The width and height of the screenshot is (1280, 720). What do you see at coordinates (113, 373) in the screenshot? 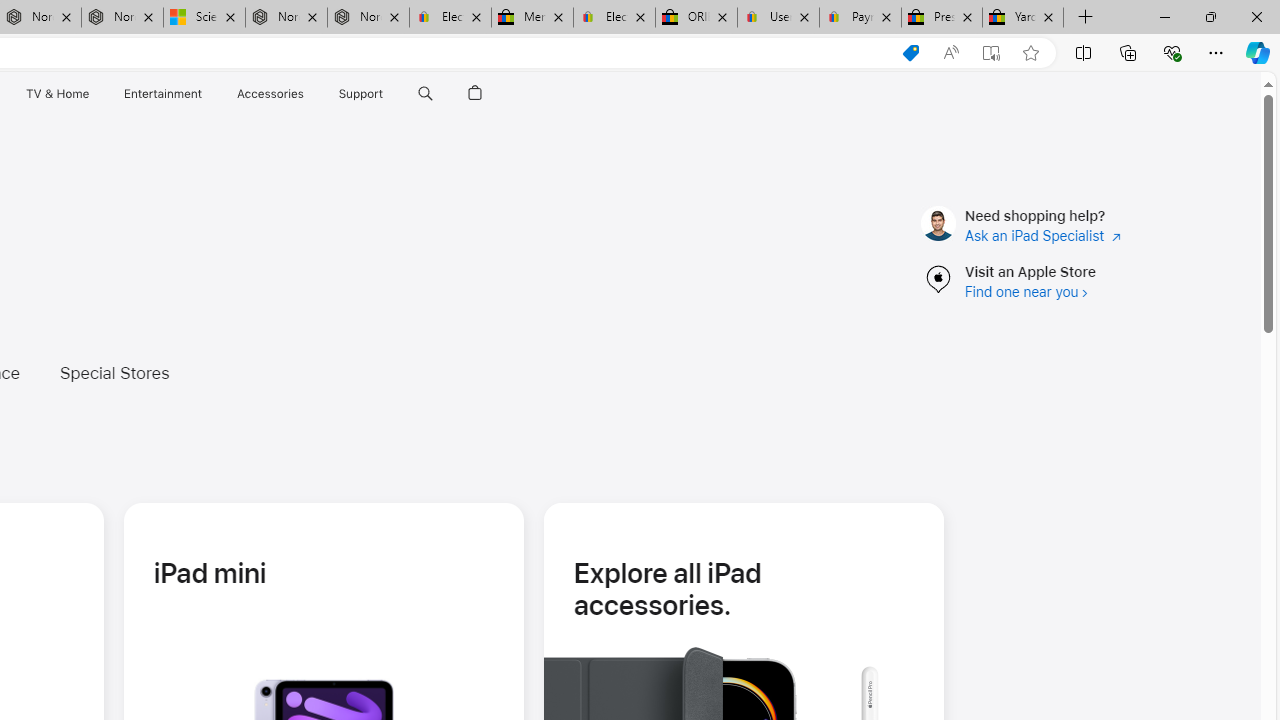
I see `'Special Stores'` at bounding box center [113, 373].